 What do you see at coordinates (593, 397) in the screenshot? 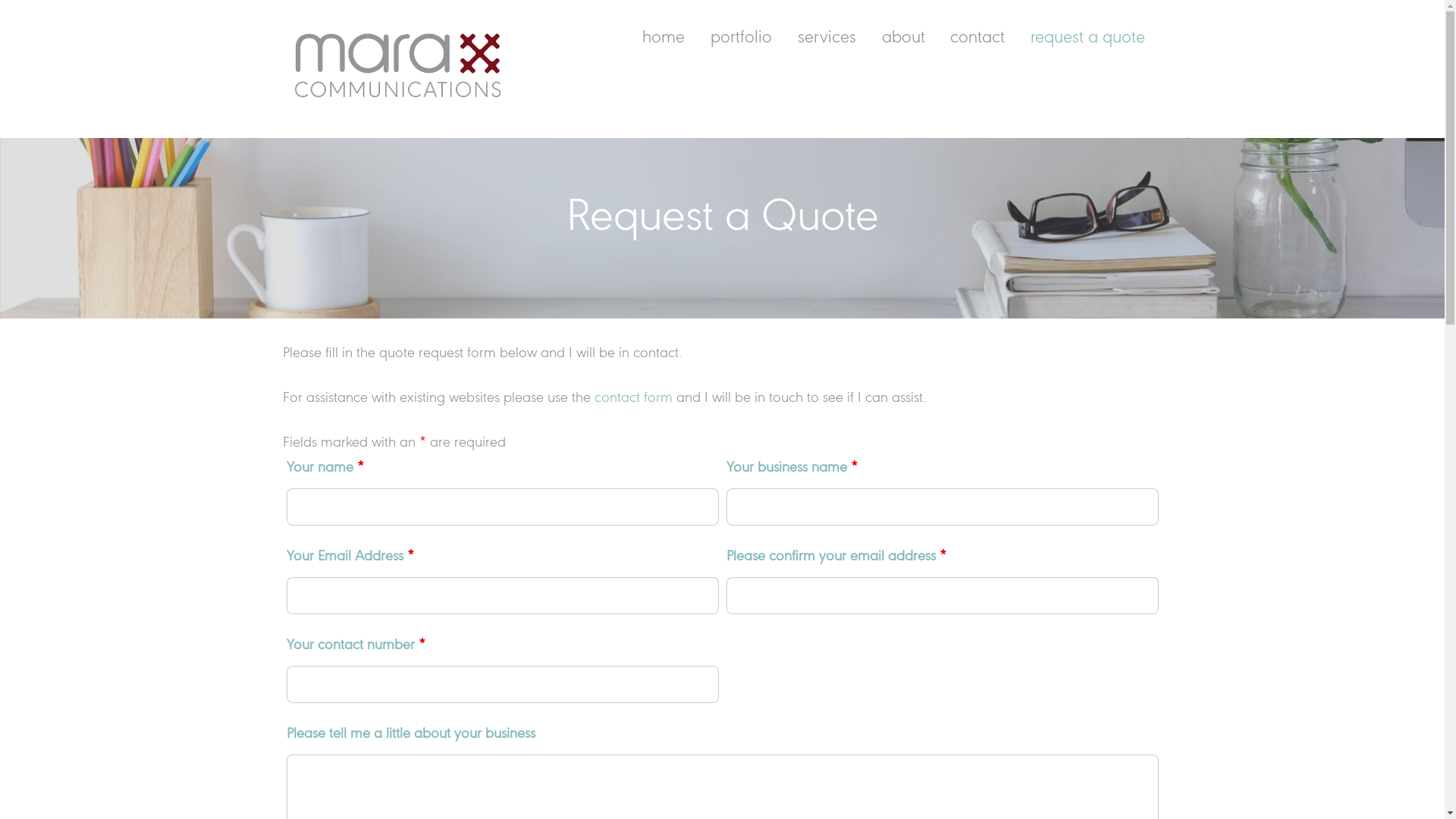
I see `'contact form'` at bounding box center [593, 397].